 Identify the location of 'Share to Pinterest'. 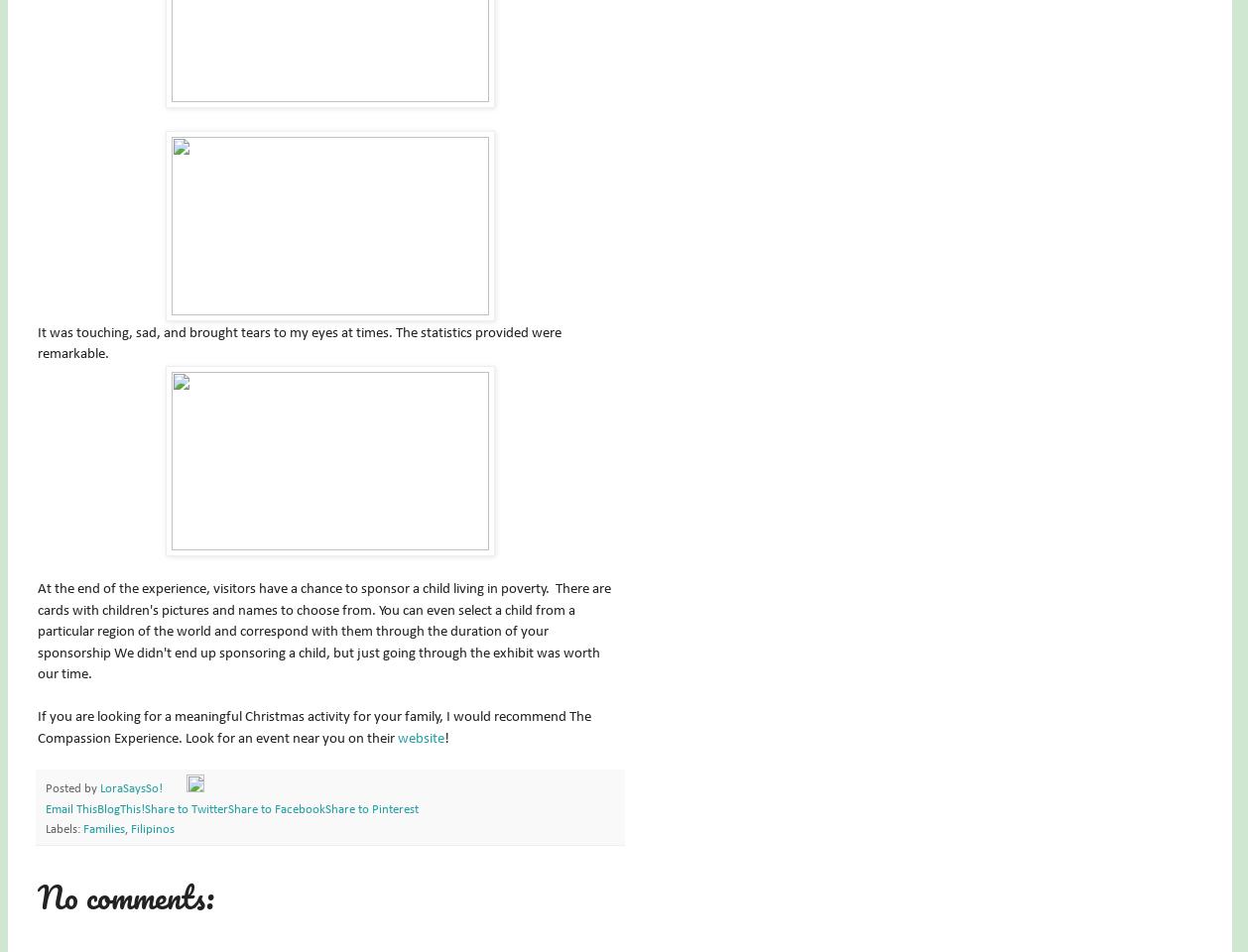
(371, 809).